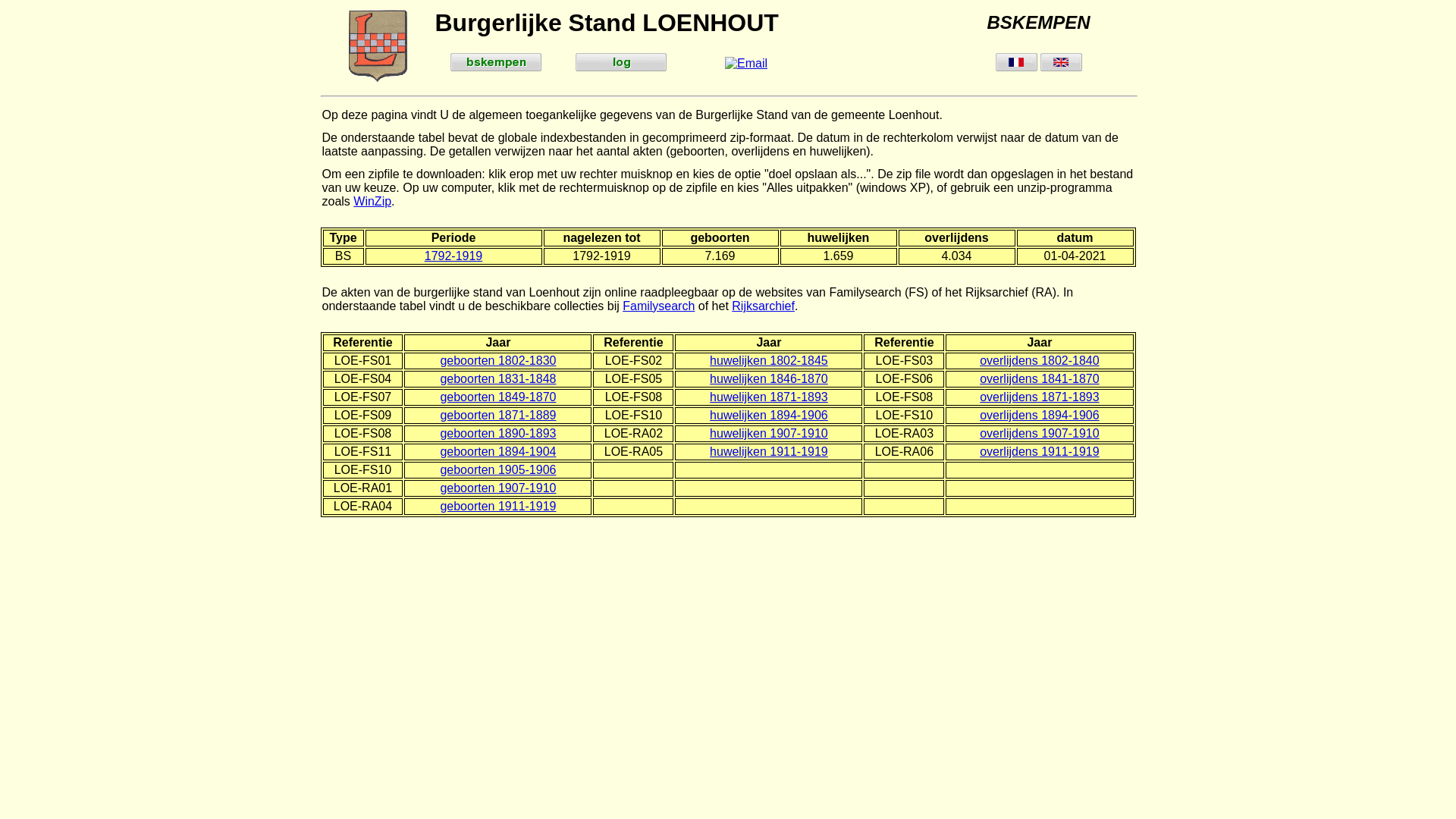 This screenshot has width=1456, height=819. I want to click on 'geboorten 1905-1906', so click(497, 469).